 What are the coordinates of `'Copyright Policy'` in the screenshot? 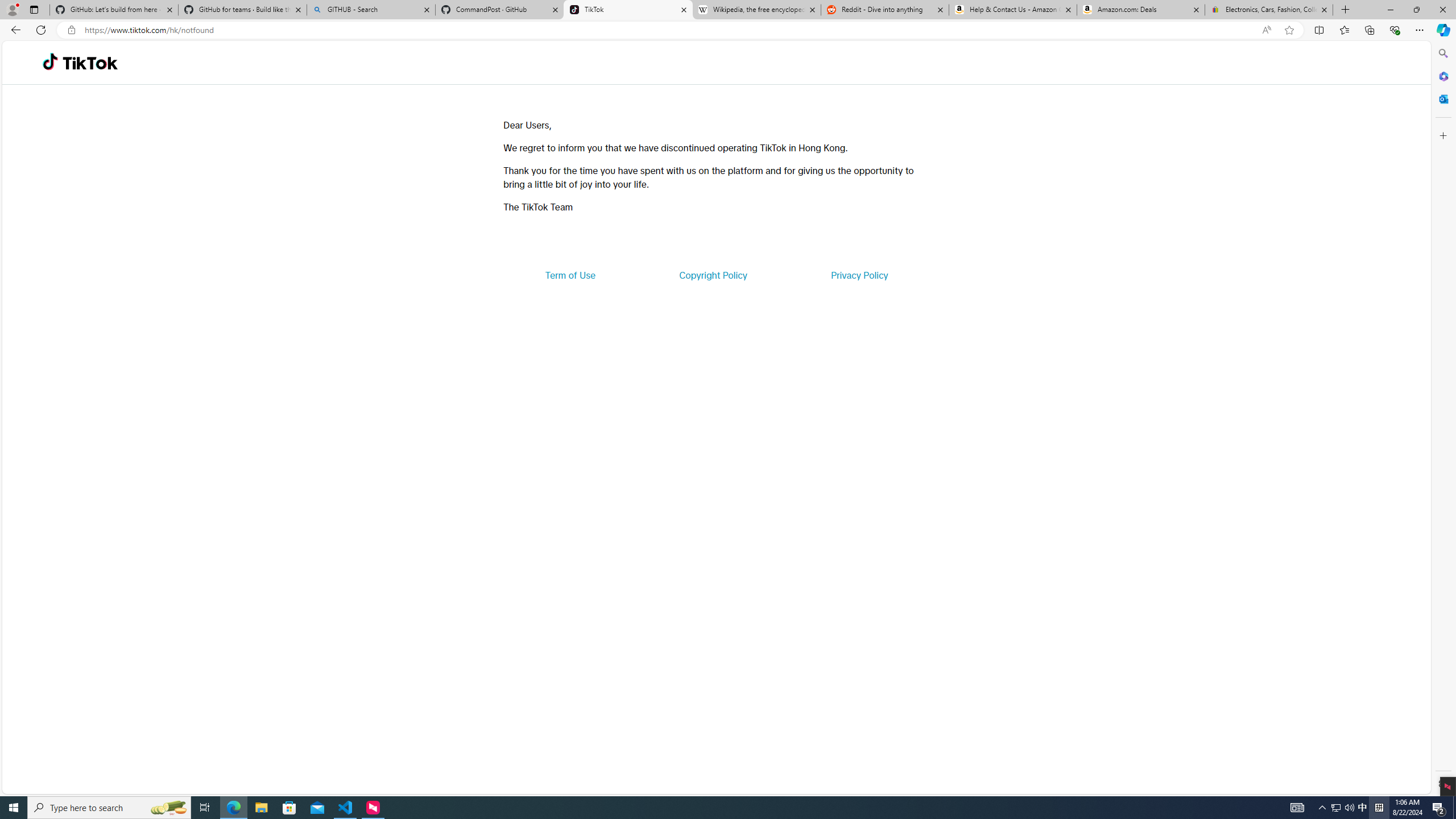 It's located at (712, 274).